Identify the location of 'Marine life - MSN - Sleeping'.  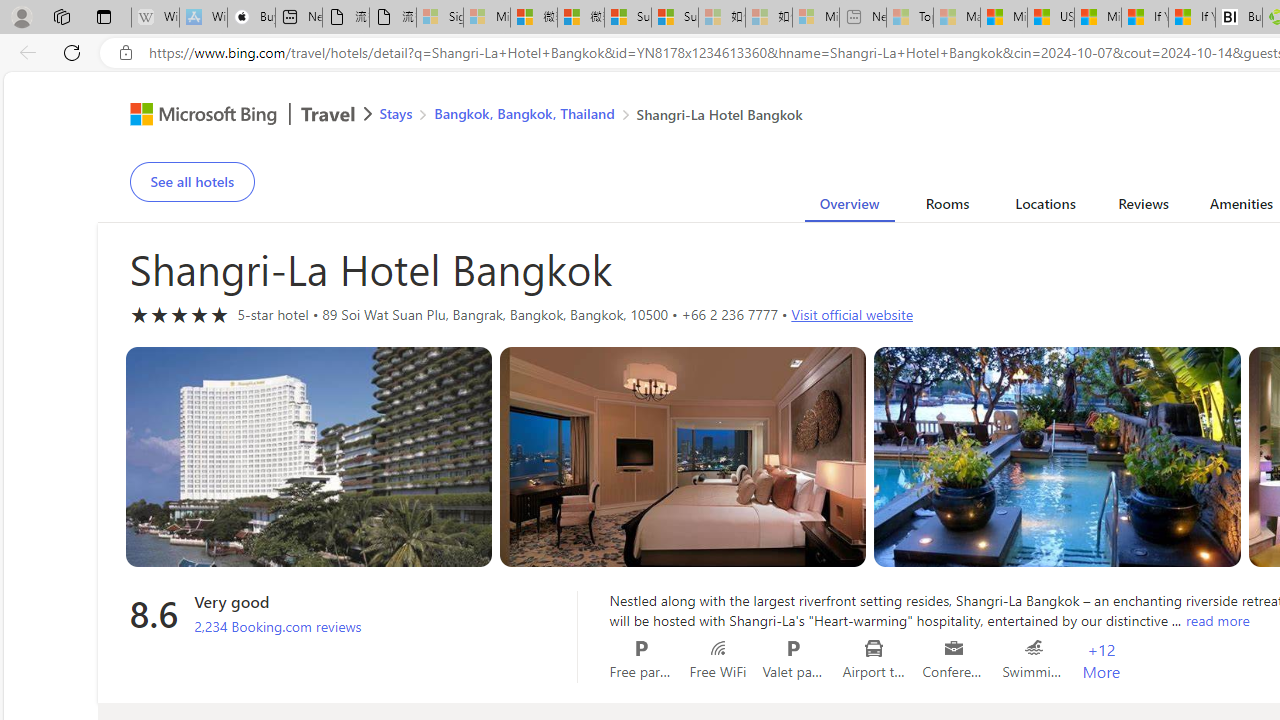
(956, 17).